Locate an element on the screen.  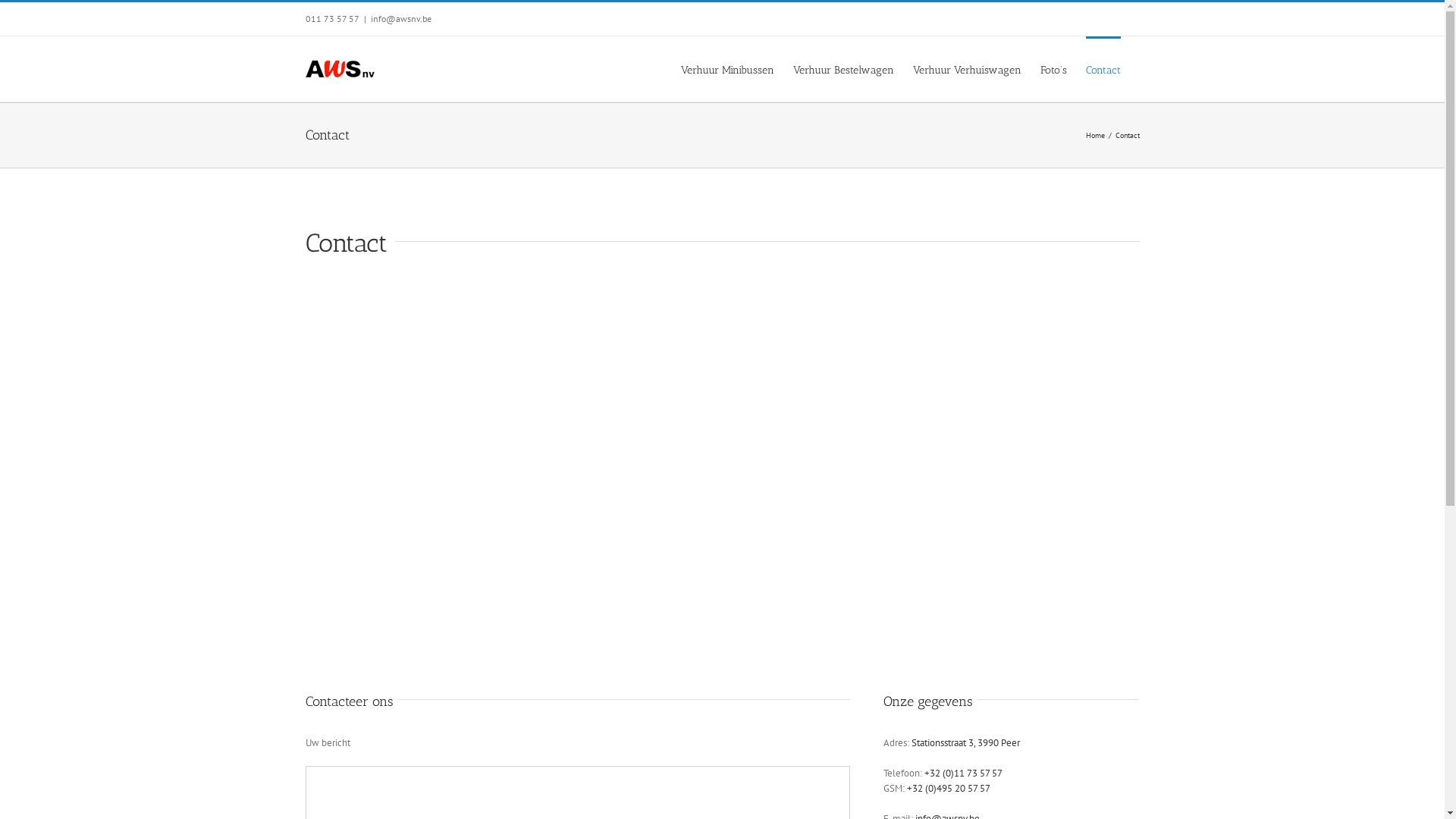
'+32 (0)495 20 57 57' is located at coordinates (948, 787).